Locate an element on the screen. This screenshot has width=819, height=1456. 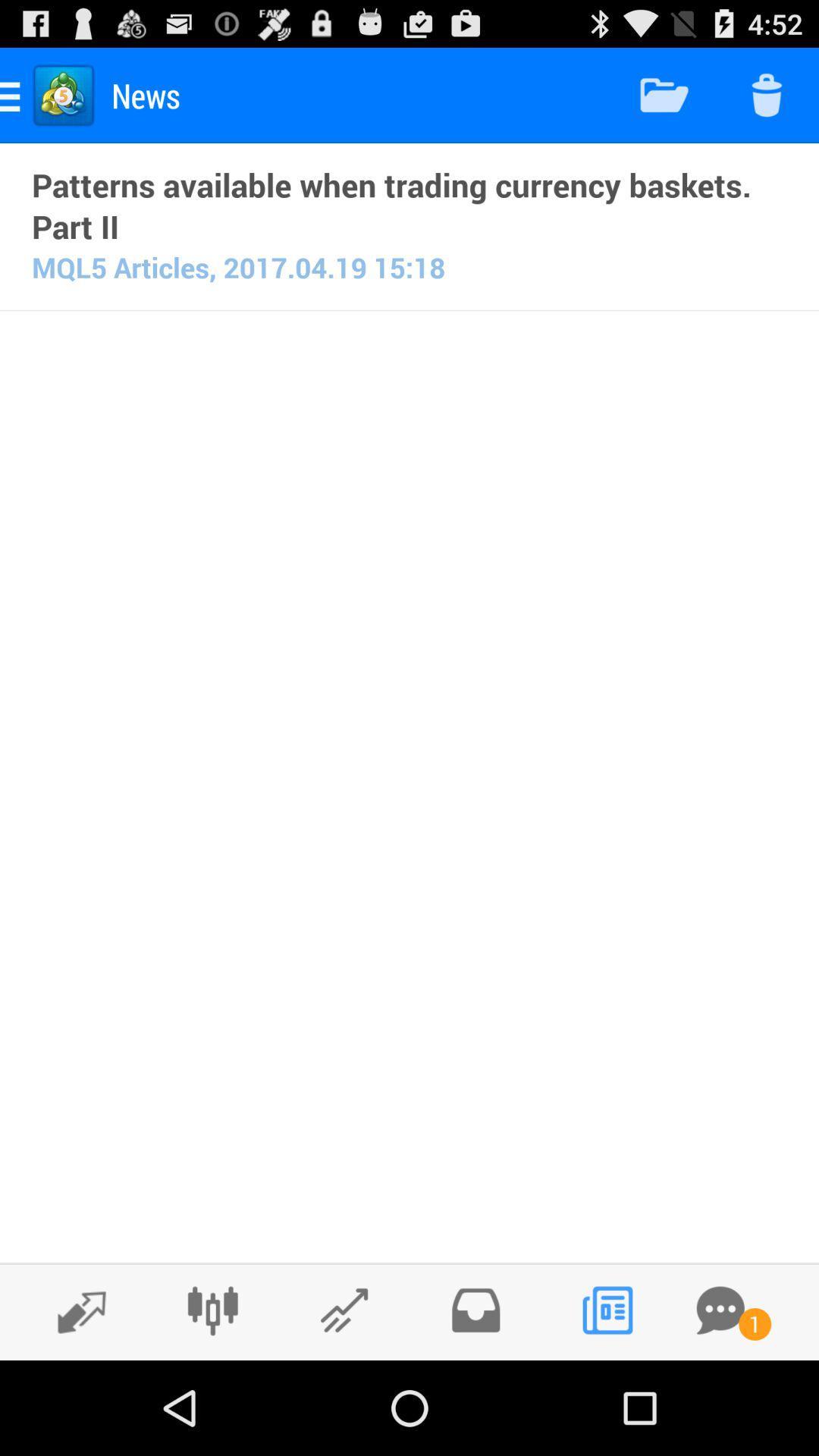
the chat icon is located at coordinates (720, 1401).